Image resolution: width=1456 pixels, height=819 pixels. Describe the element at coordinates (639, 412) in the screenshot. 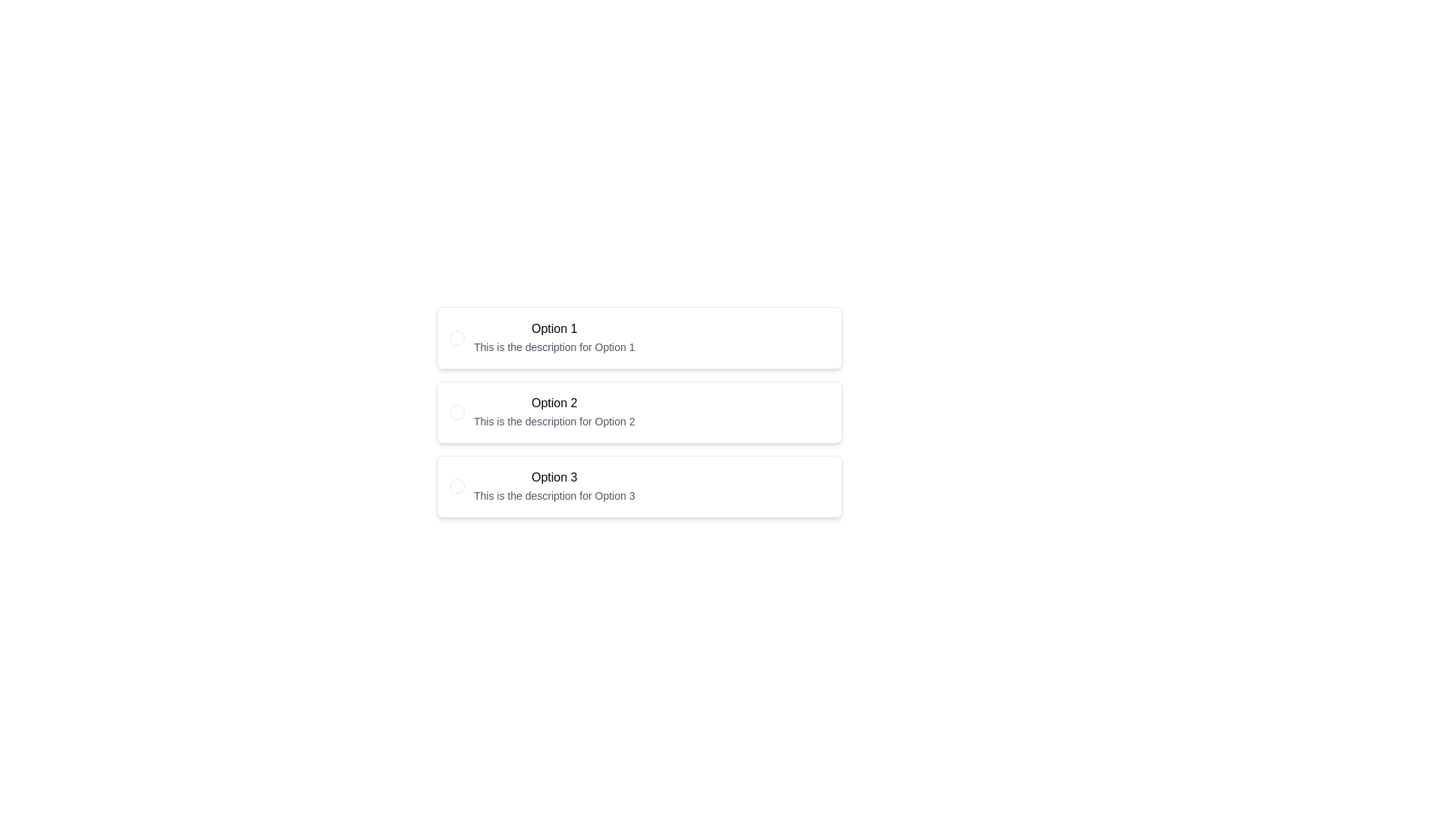

I see `the radio button representing 'Option 2'` at that location.